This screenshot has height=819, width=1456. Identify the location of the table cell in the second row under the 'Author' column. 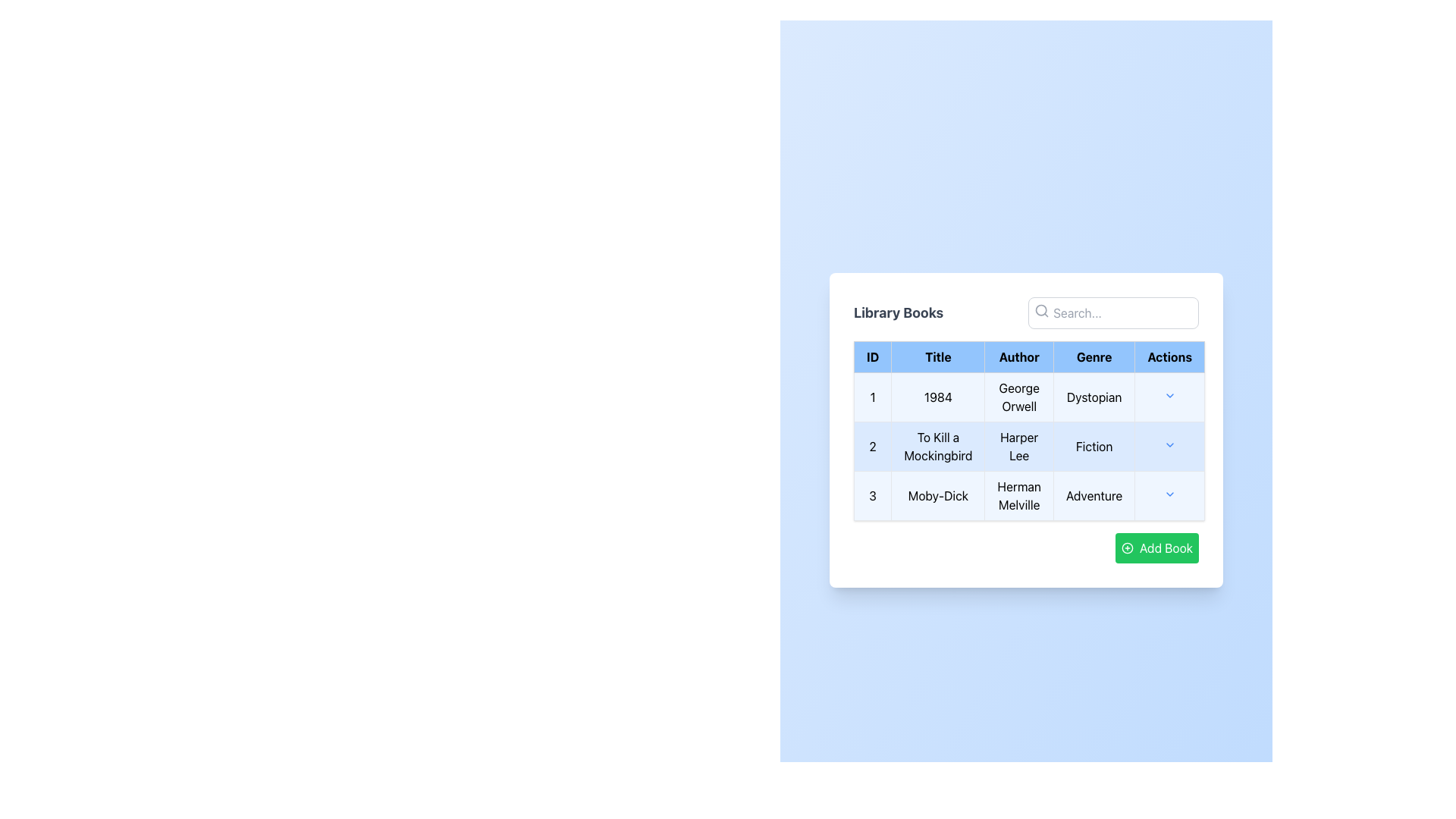
(1029, 430).